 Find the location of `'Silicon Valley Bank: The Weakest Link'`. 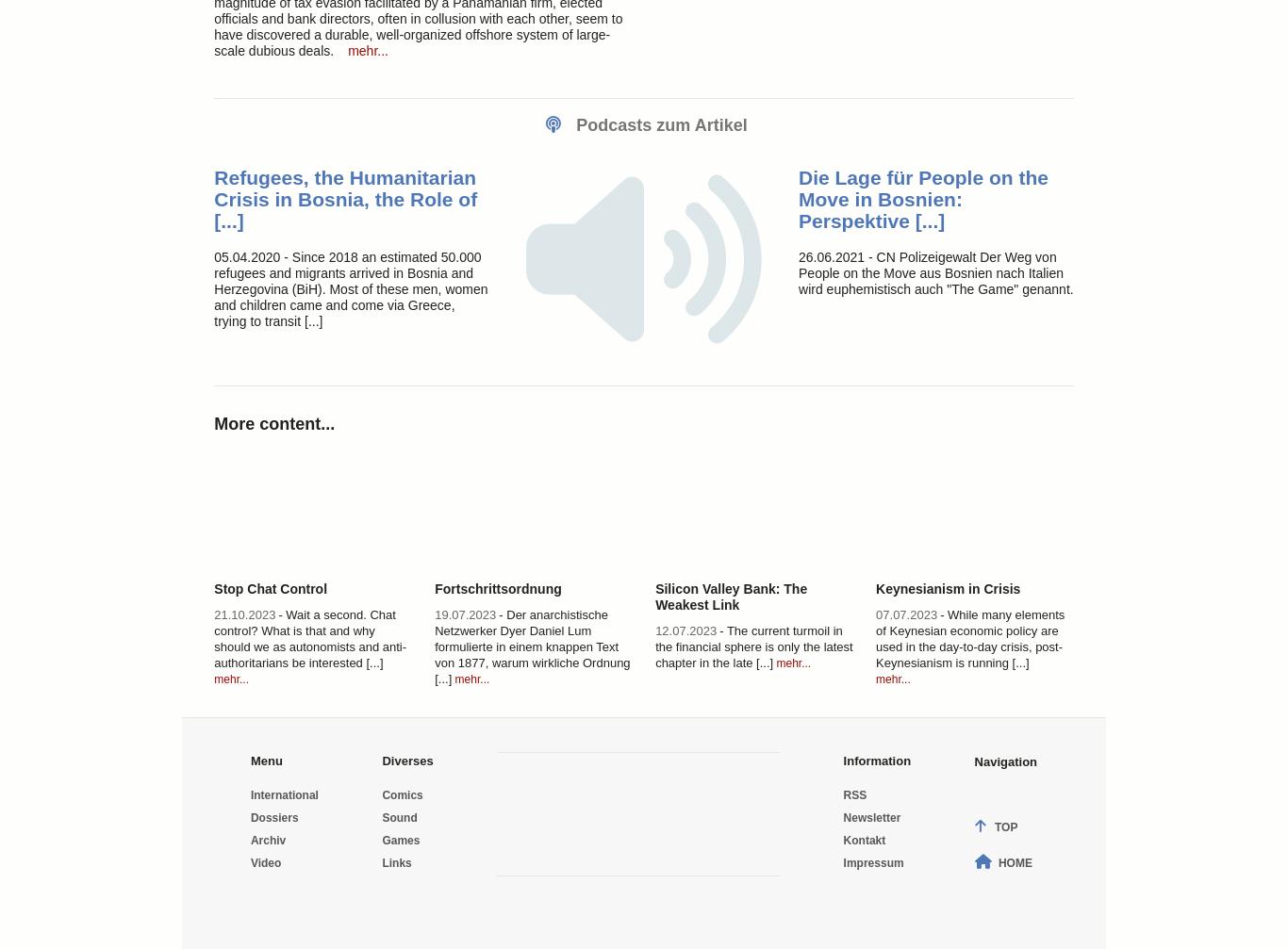

'Silicon Valley Bank: The Weakest Link' is located at coordinates (731, 595).